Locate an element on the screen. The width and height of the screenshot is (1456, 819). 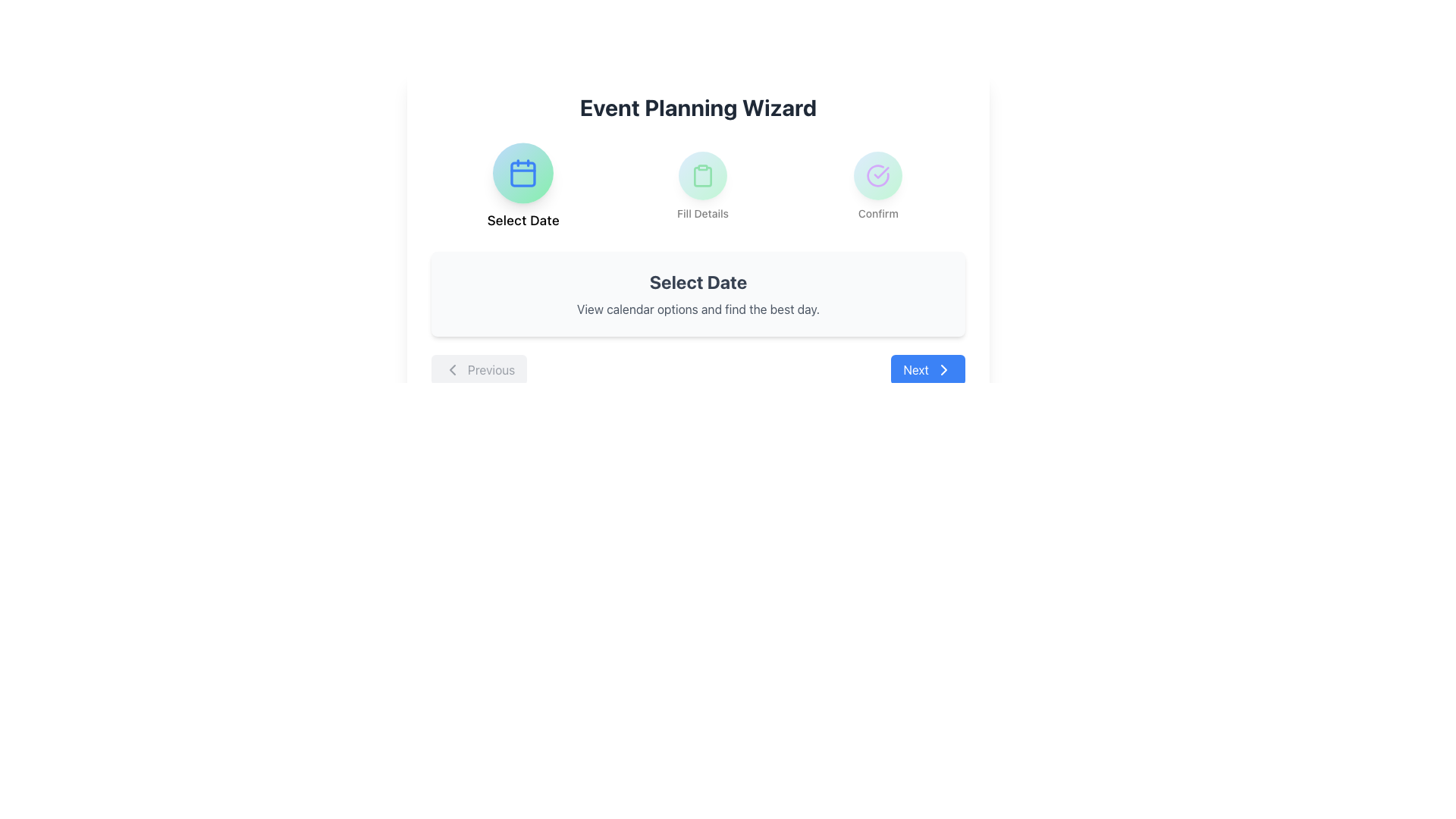
the compact calendar icon with a blue outline, located on the leftmost side of the horizontal row of icons under the header 'Event Planning Wizard' is located at coordinates (522, 172).